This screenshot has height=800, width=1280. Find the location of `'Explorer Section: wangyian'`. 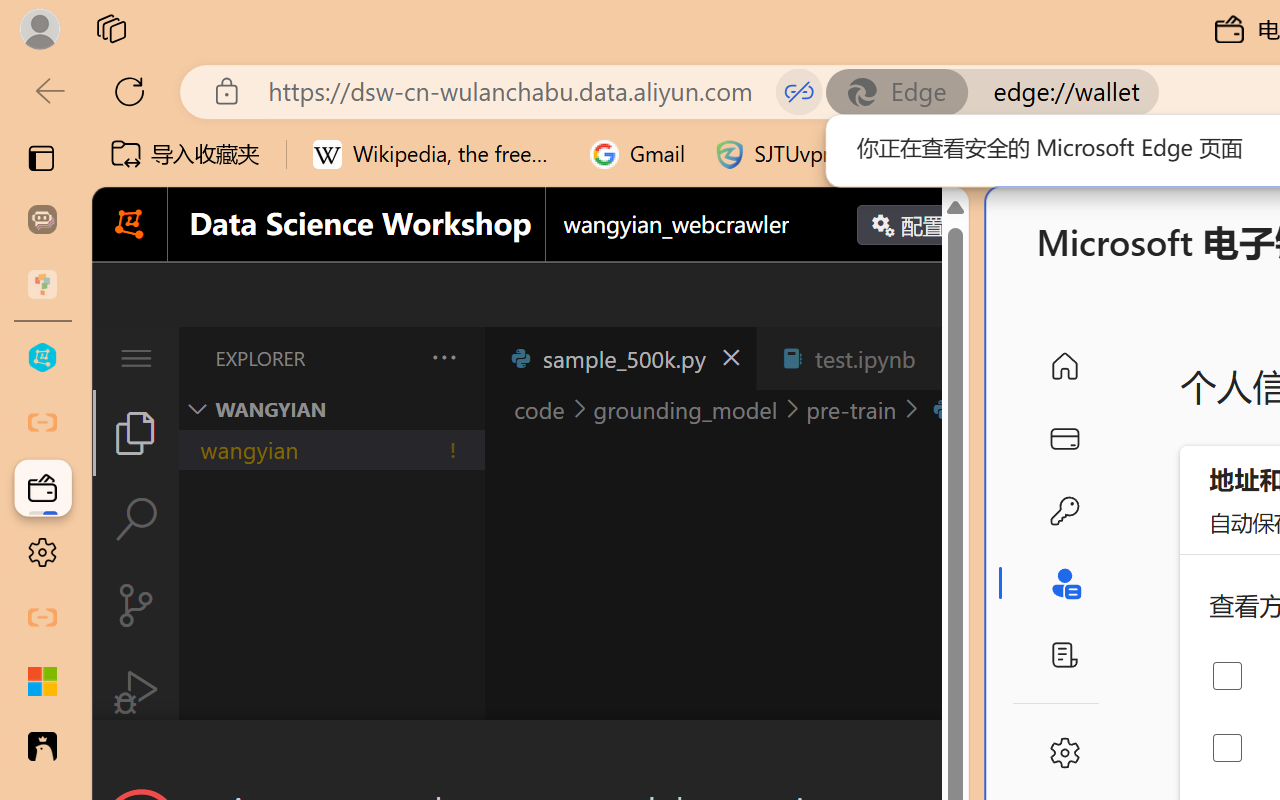

'Explorer Section: wangyian' is located at coordinates (331, 409).